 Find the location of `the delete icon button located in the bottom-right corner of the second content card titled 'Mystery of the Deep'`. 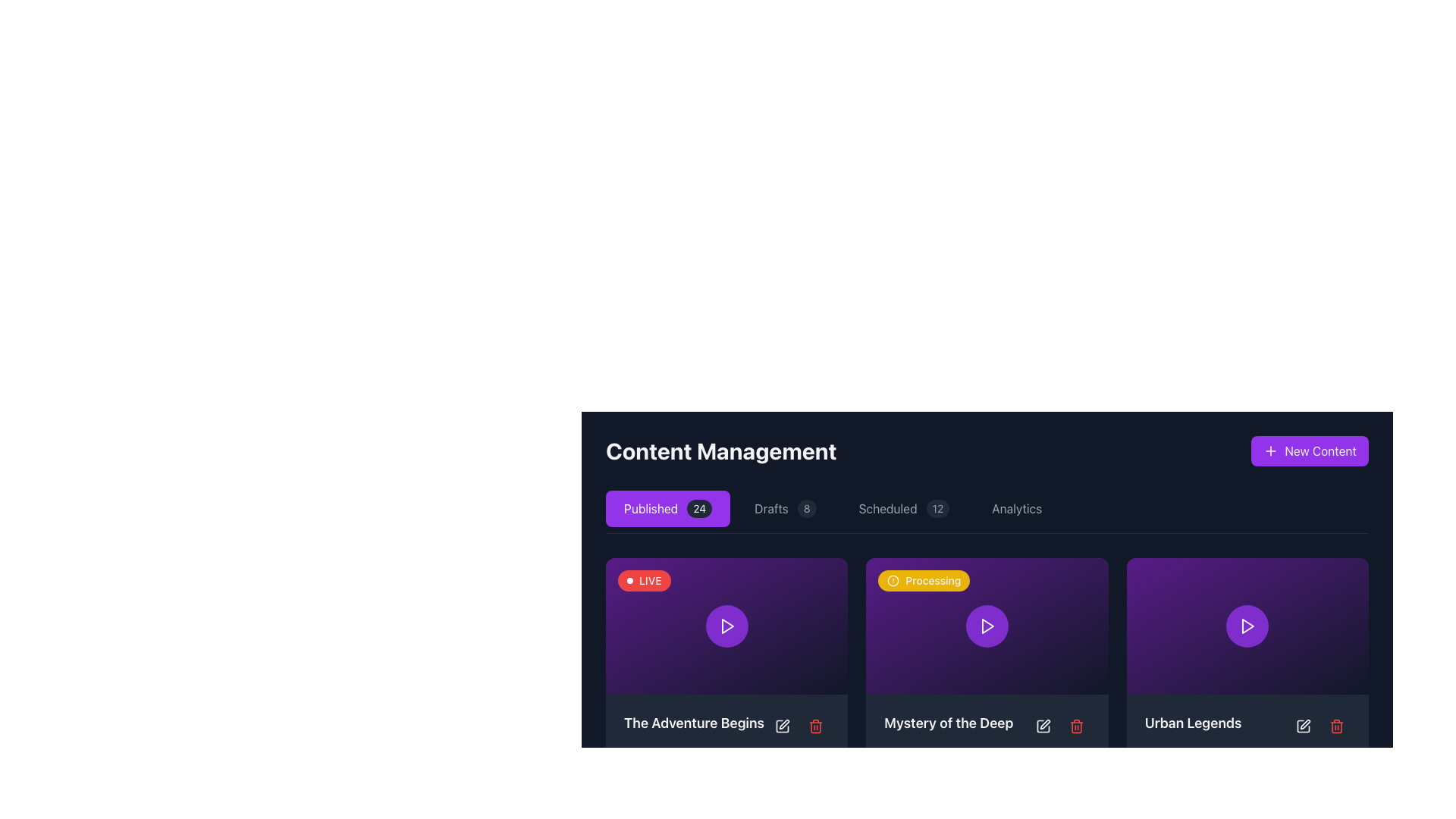

the delete icon button located in the bottom-right corner of the second content card titled 'Mystery of the Deep' is located at coordinates (1075, 725).